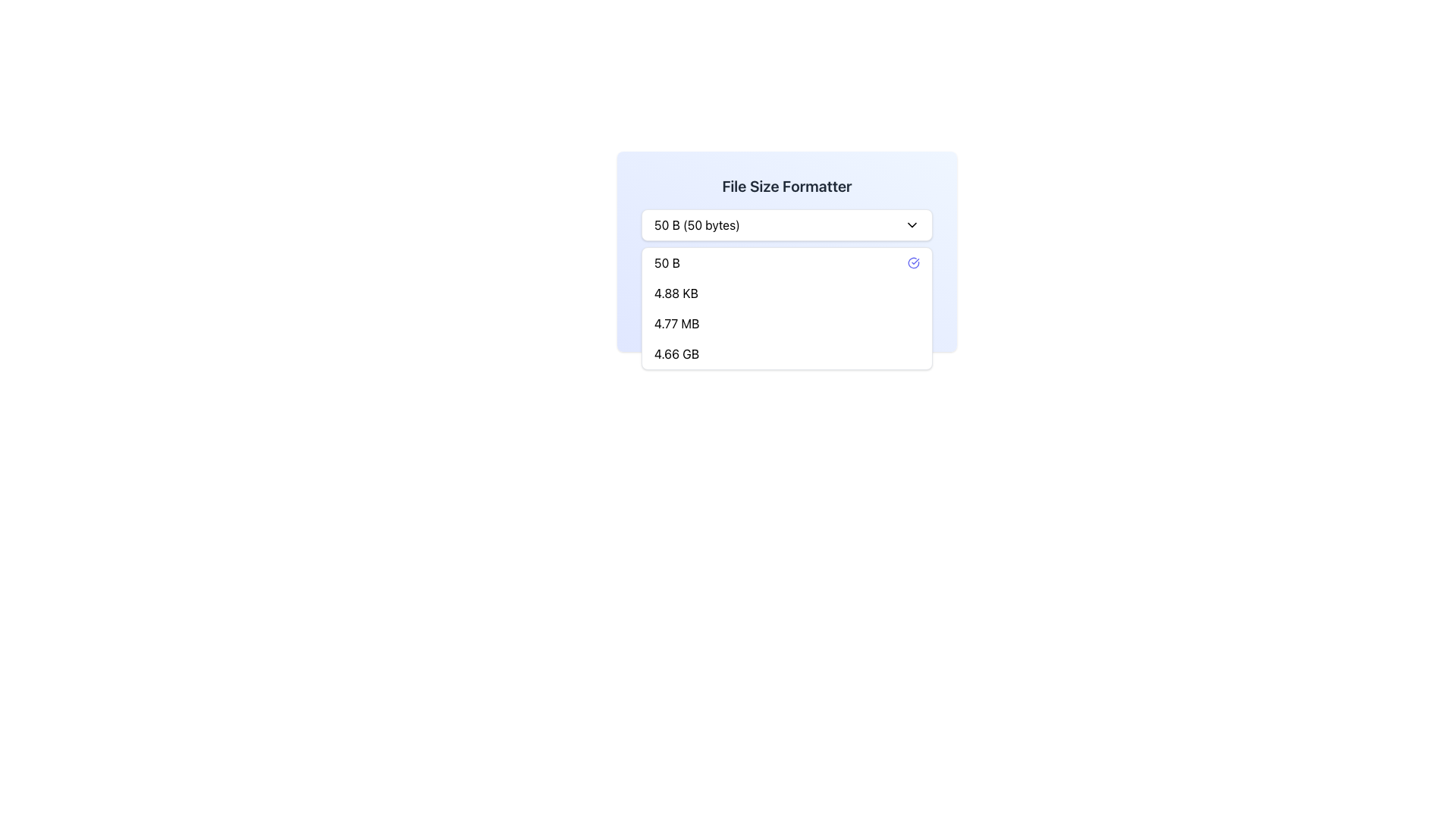 The height and width of the screenshot is (819, 1456). I want to click on the third item in the dropdown menu labeled '4.77 MB', which is positioned beneath '4.88 KB' and above '4.66 GB', so click(786, 308).